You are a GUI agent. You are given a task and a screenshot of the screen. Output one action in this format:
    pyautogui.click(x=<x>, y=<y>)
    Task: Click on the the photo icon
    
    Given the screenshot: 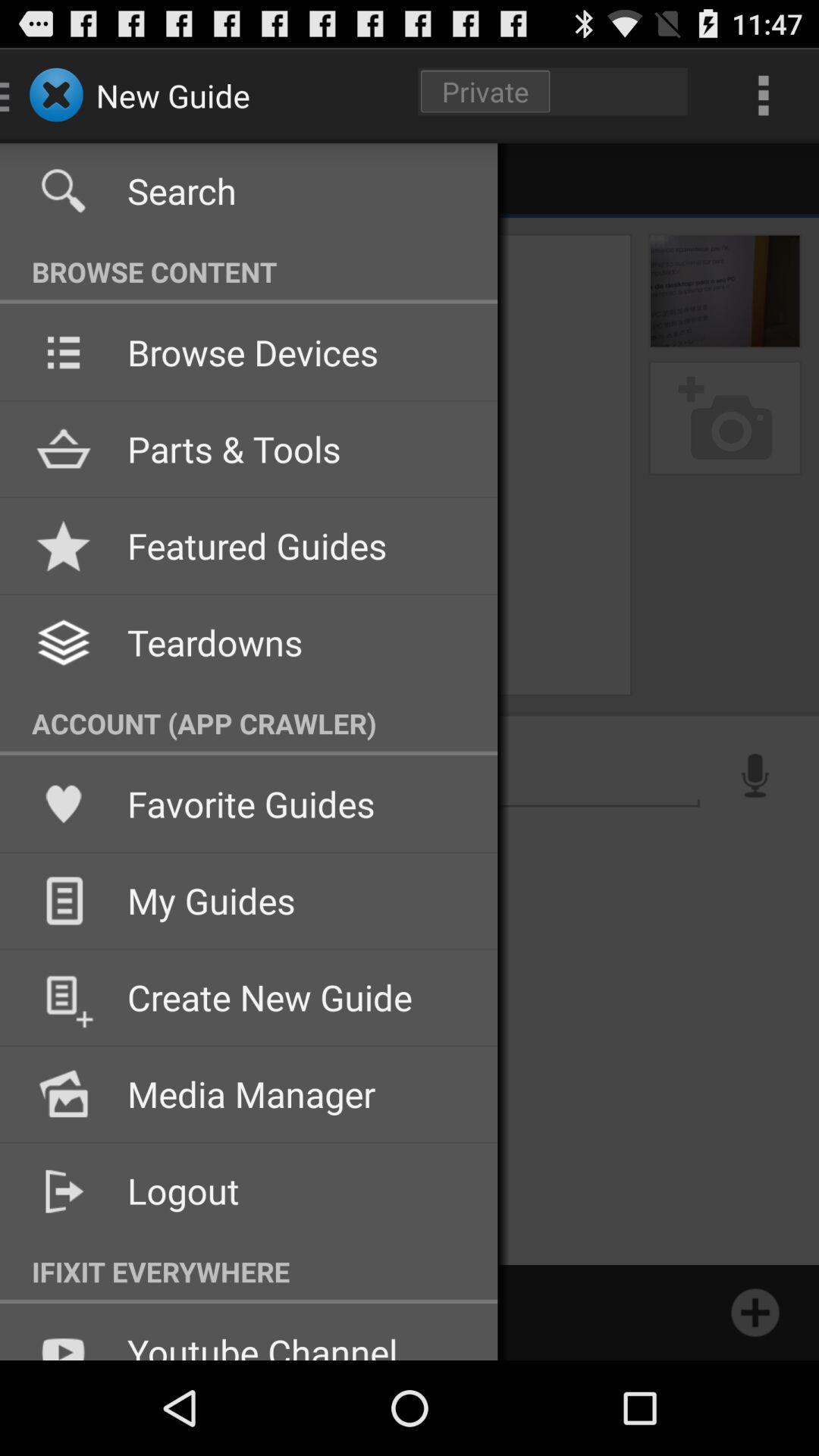 What is the action you would take?
    pyautogui.click(x=724, y=447)
    